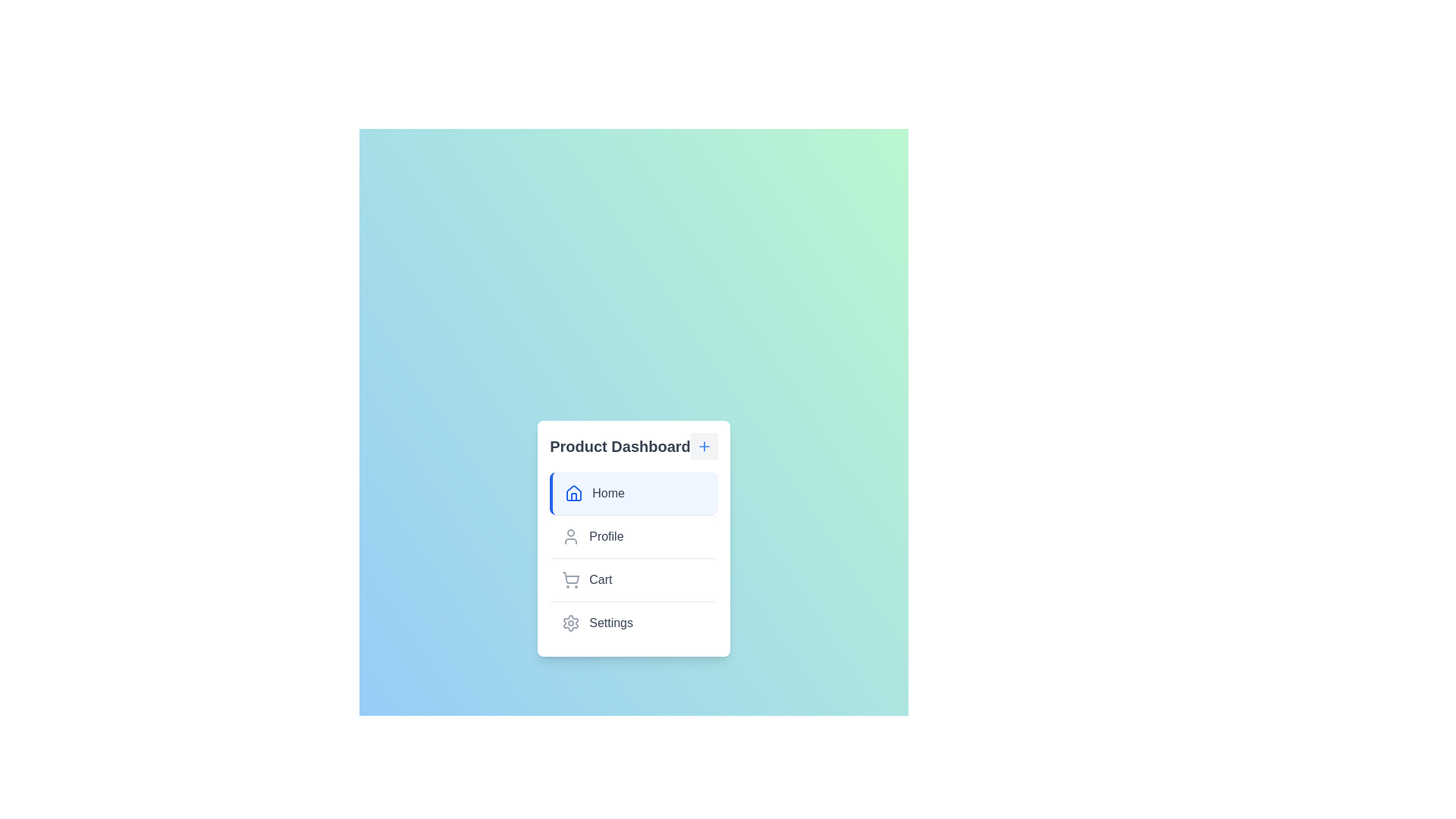  I want to click on the menu item labeled Cart to select it, so click(633, 579).